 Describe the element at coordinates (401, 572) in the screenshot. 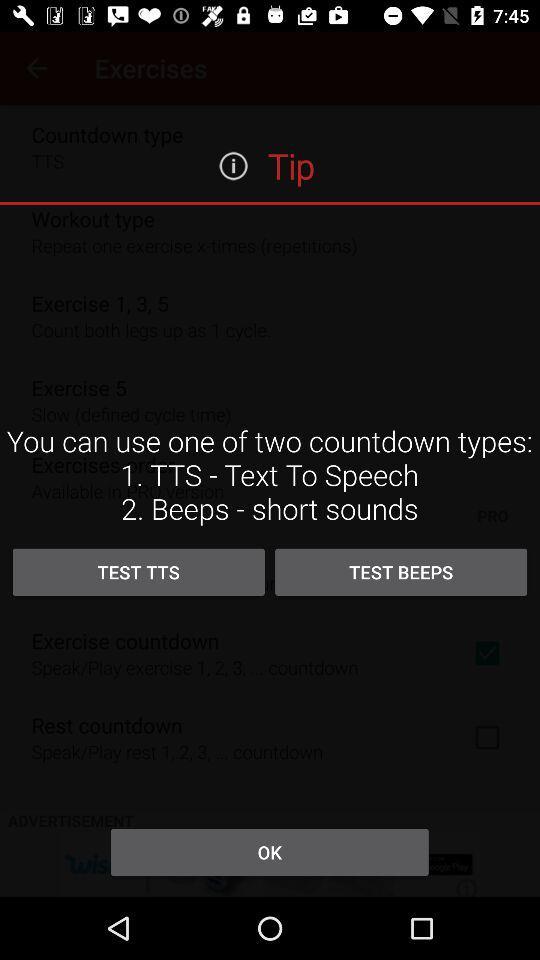

I see `the test beeps item` at that location.